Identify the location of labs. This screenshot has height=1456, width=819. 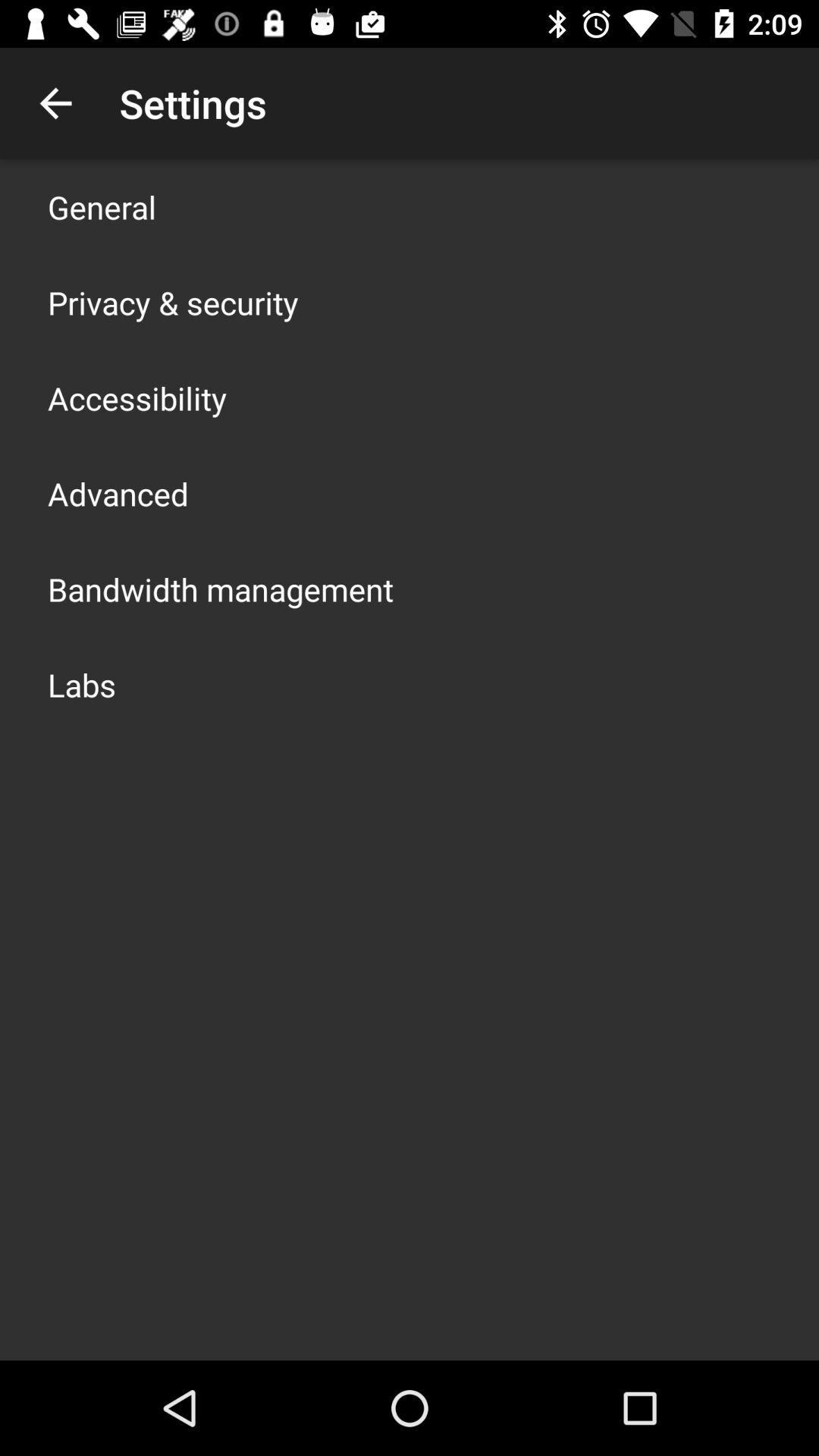
(82, 683).